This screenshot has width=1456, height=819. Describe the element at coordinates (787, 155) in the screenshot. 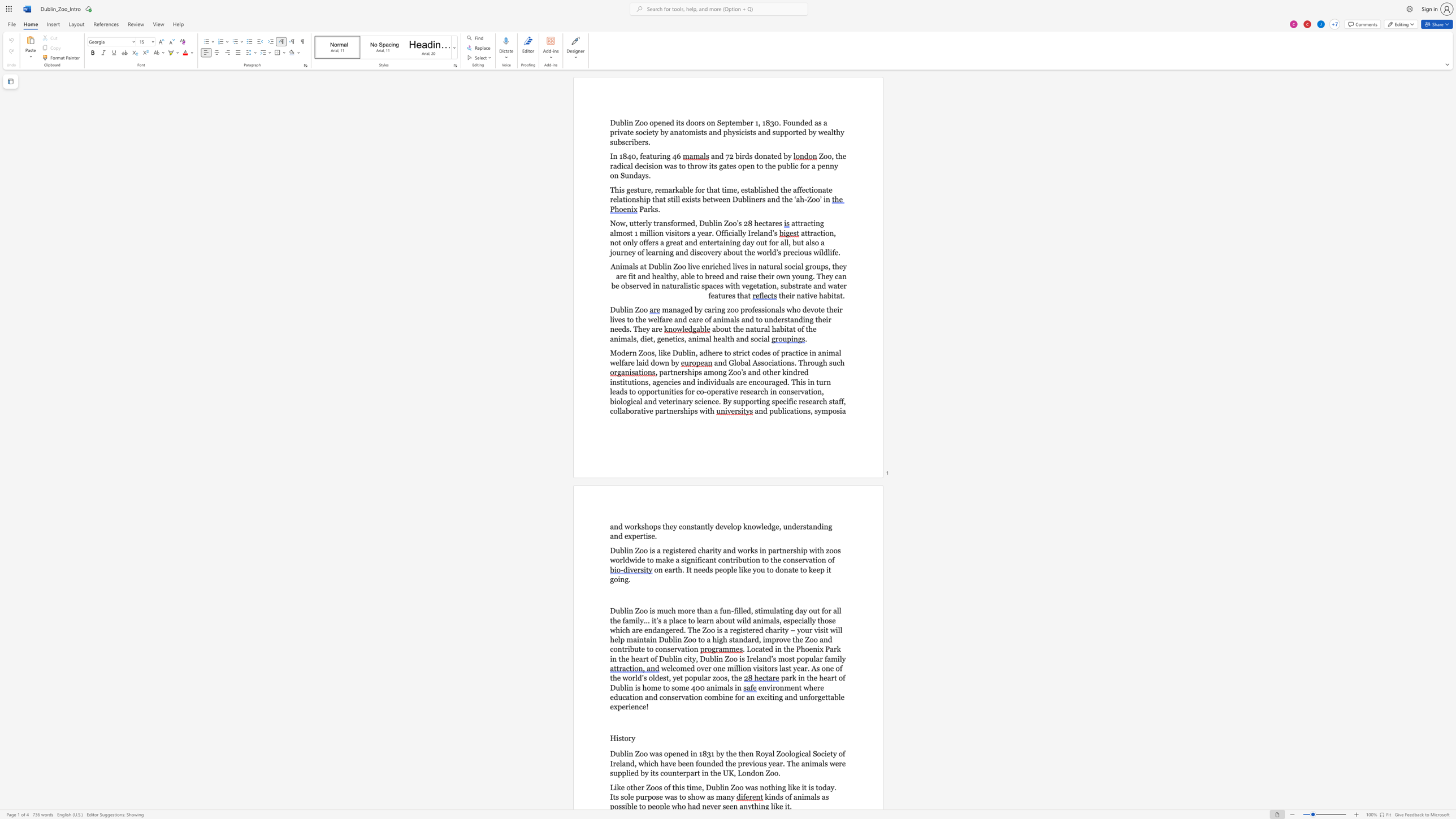

I see `the space between the continuous character "b" and "y" in the text` at that location.